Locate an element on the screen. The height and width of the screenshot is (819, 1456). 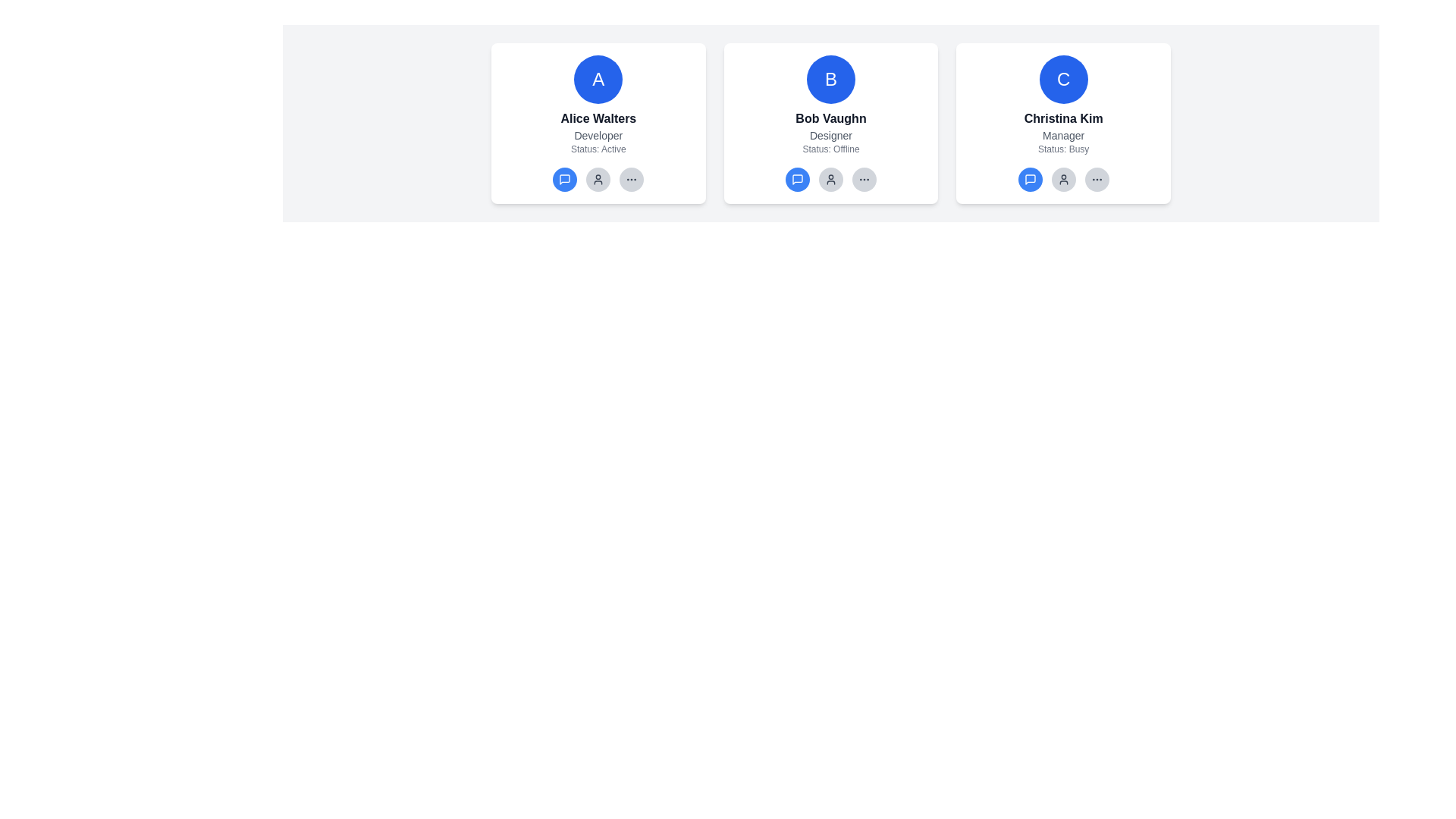
the user icon, which is a minimalistic vector illustration of a head and shoulders silhouette, located in the second card beneath the title and description of 'Bob Vaughn' is located at coordinates (830, 178).